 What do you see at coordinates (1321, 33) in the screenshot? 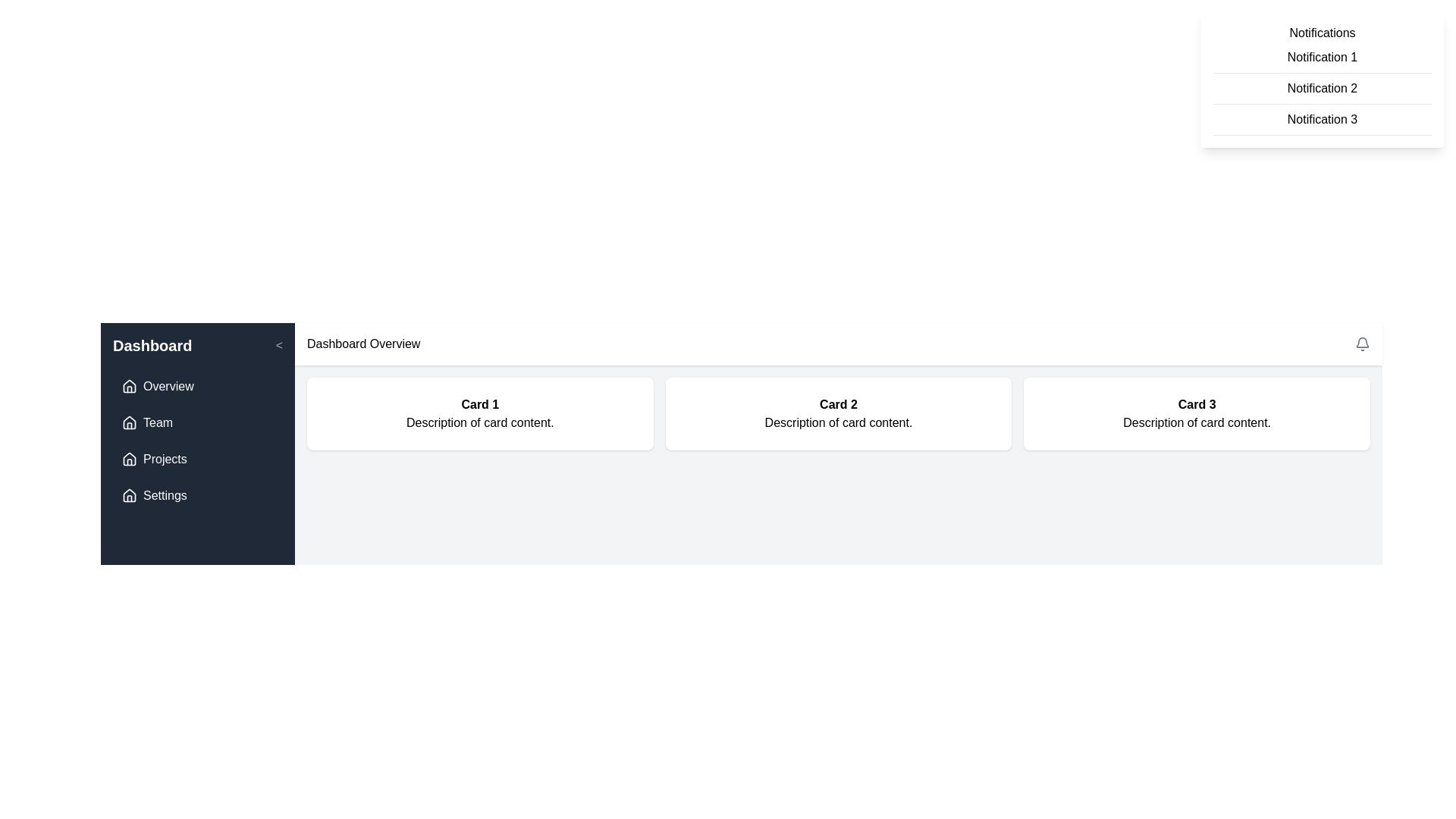
I see `the Text Label that serves as the title or header for the notification panel, located at the top-right corner of the interface` at bounding box center [1321, 33].